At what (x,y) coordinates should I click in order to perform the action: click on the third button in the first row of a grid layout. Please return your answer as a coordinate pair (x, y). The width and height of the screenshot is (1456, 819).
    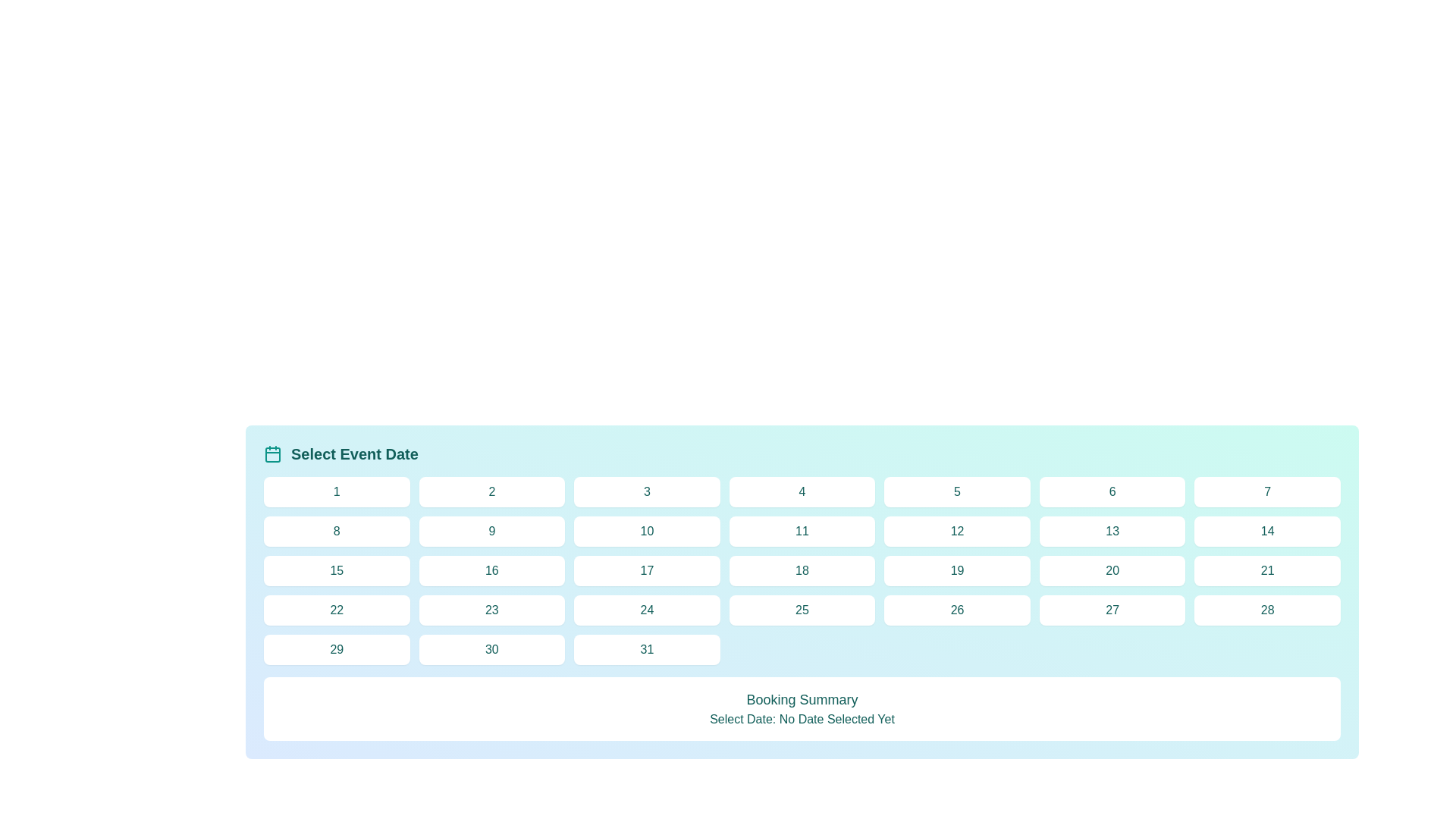
    Looking at the image, I should click on (647, 491).